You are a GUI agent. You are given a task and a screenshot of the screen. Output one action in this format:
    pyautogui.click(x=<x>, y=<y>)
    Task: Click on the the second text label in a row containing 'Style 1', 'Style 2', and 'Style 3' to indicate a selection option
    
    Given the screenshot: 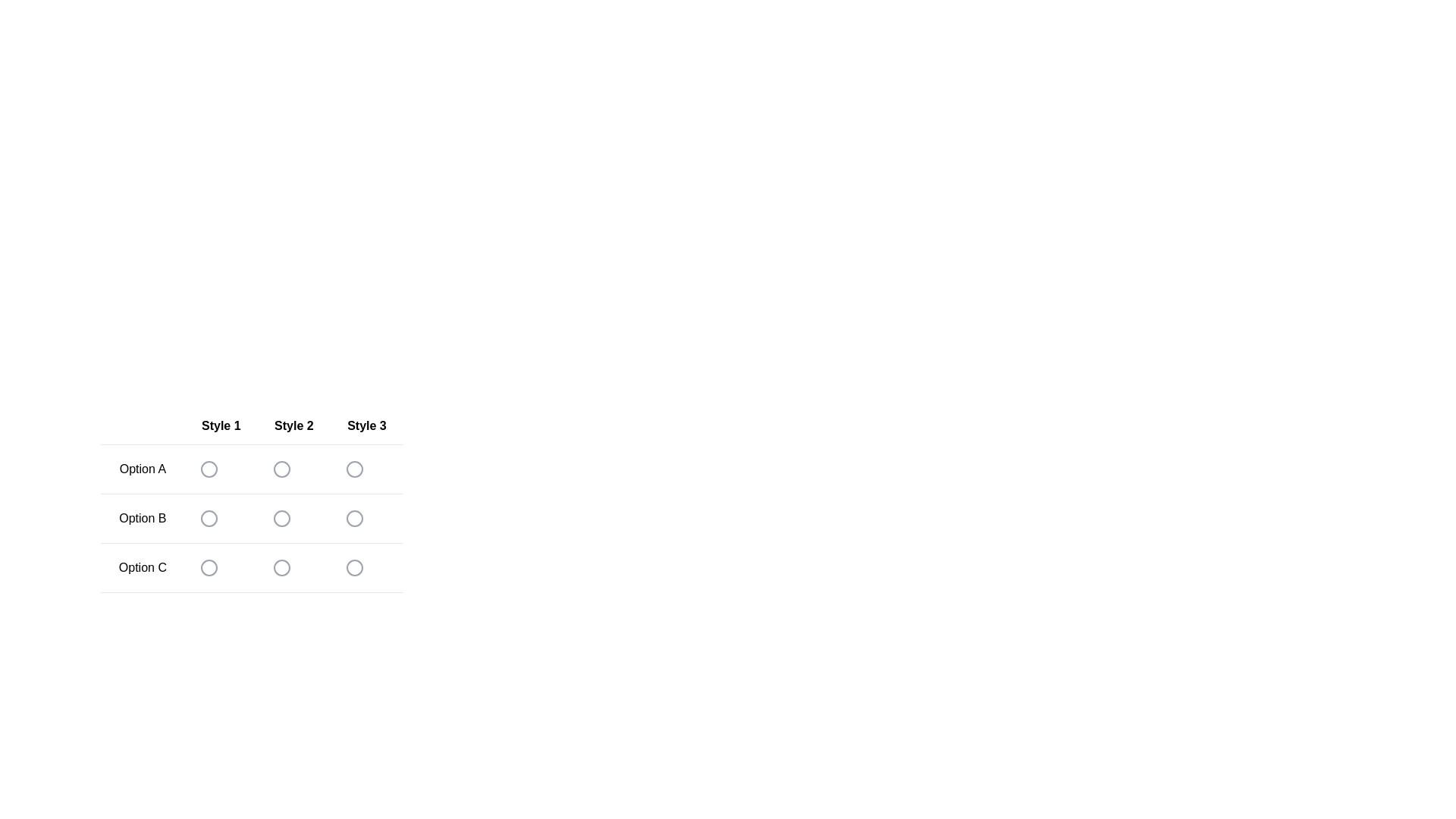 What is the action you would take?
    pyautogui.click(x=293, y=426)
    